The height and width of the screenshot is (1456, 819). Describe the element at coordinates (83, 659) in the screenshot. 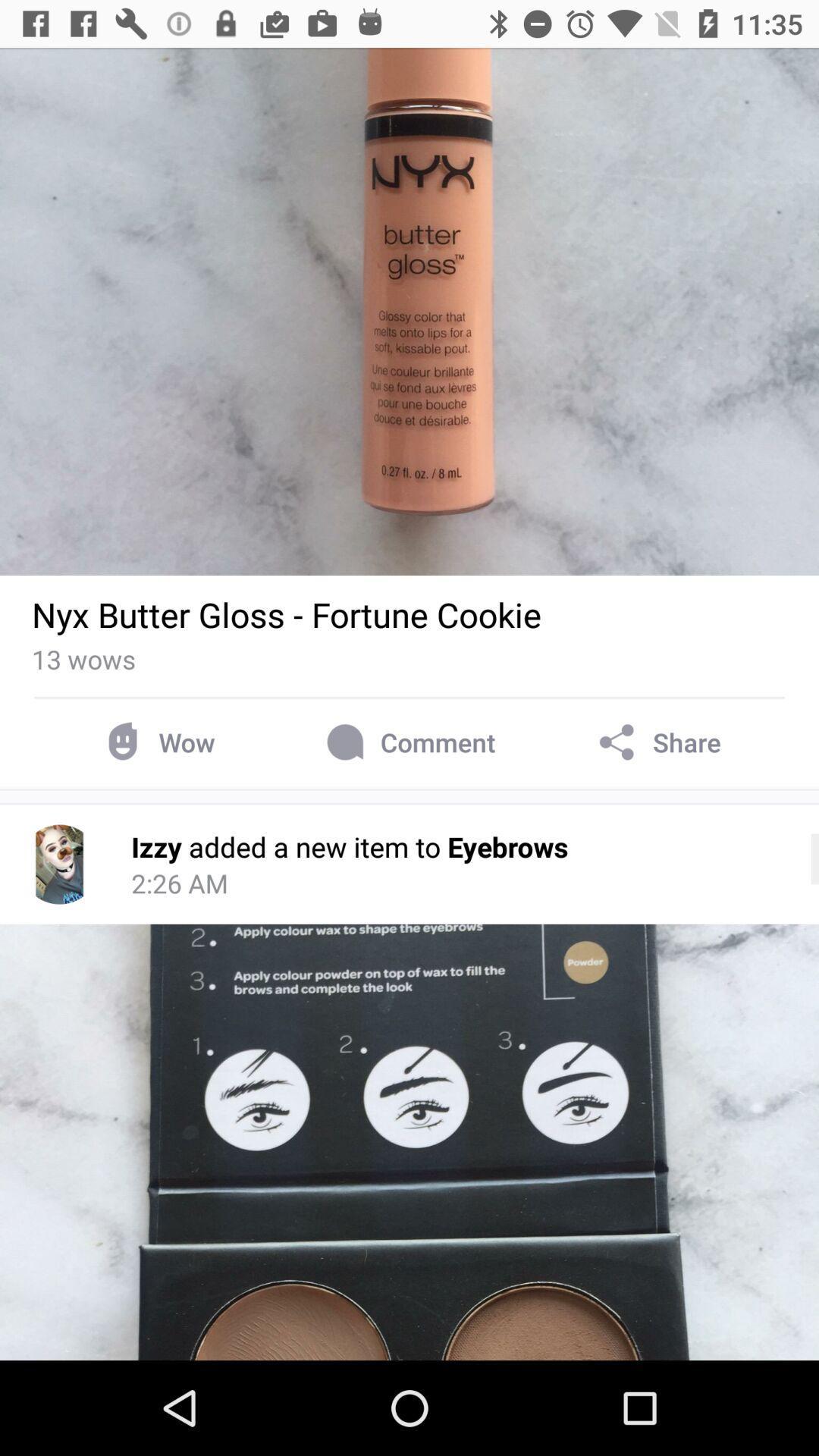

I see `move to the text 13 wows on the web page` at that location.